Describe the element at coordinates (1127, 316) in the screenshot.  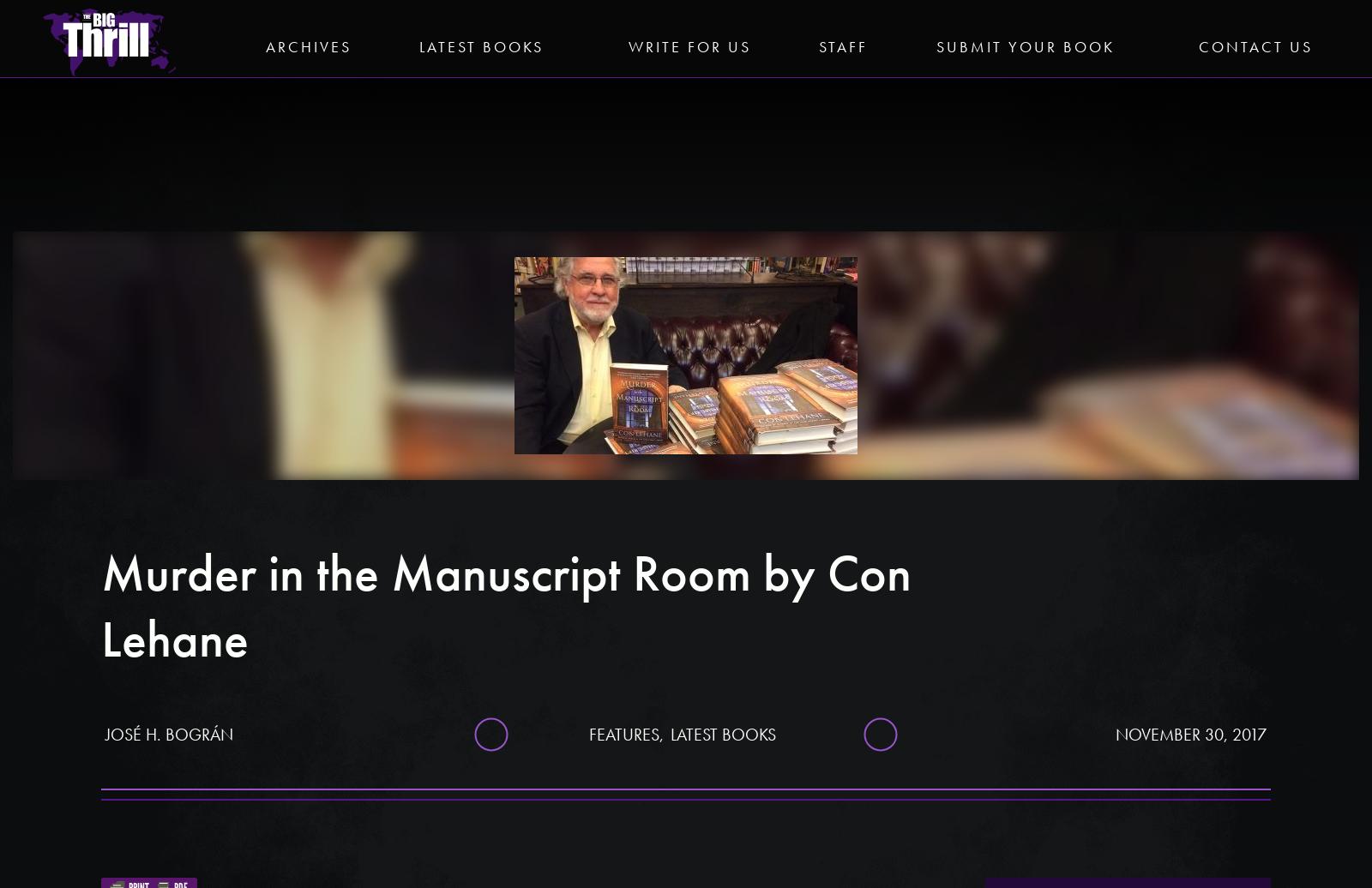
I see `'The Horoscope Writer'` at that location.